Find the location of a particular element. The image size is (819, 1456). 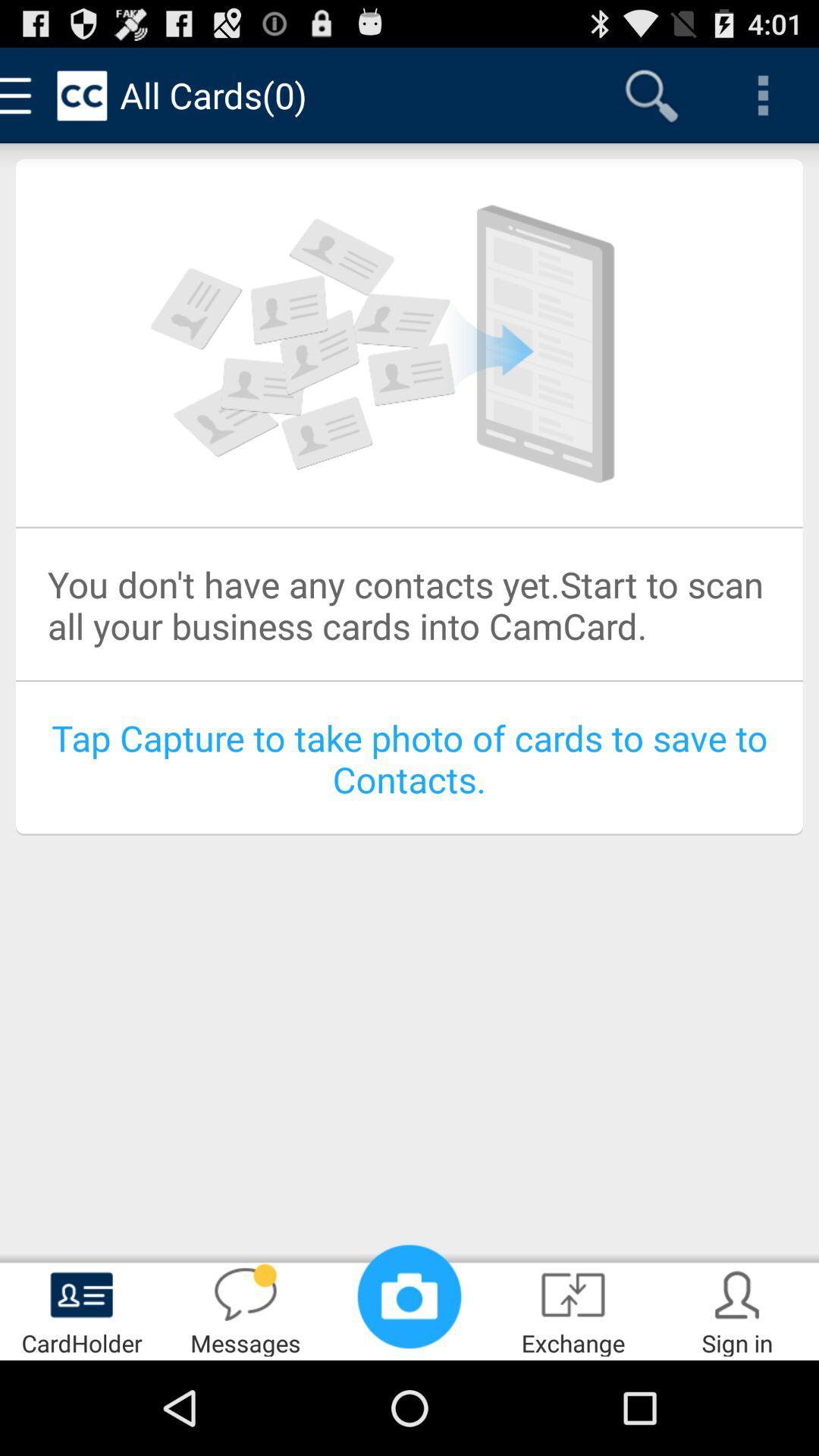

the photo icon is located at coordinates (409, 1388).